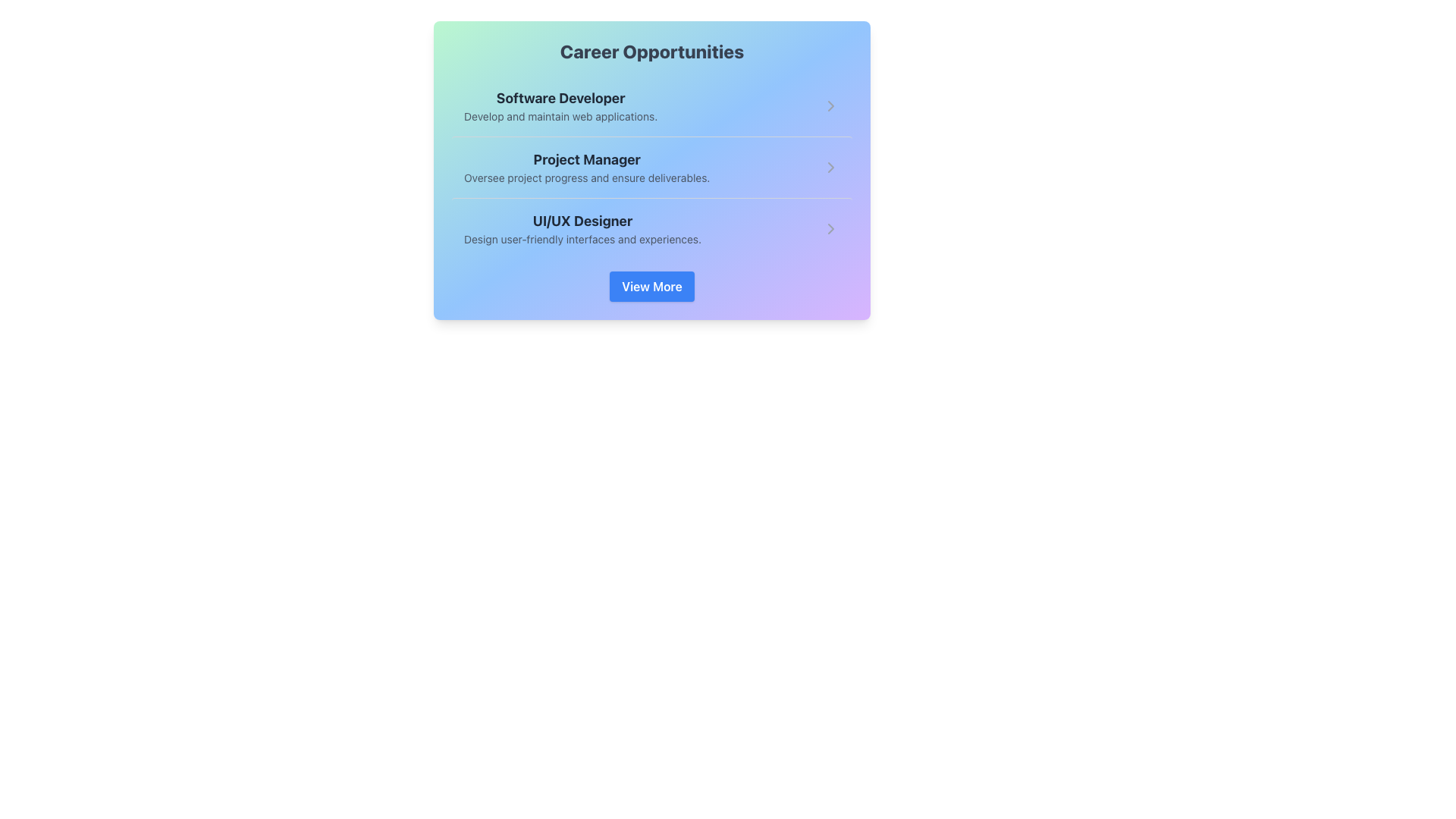 This screenshot has height=819, width=1456. What do you see at coordinates (651, 167) in the screenshot?
I see `the second item in the career opportunities list, which is the 'Project Manager' entry` at bounding box center [651, 167].